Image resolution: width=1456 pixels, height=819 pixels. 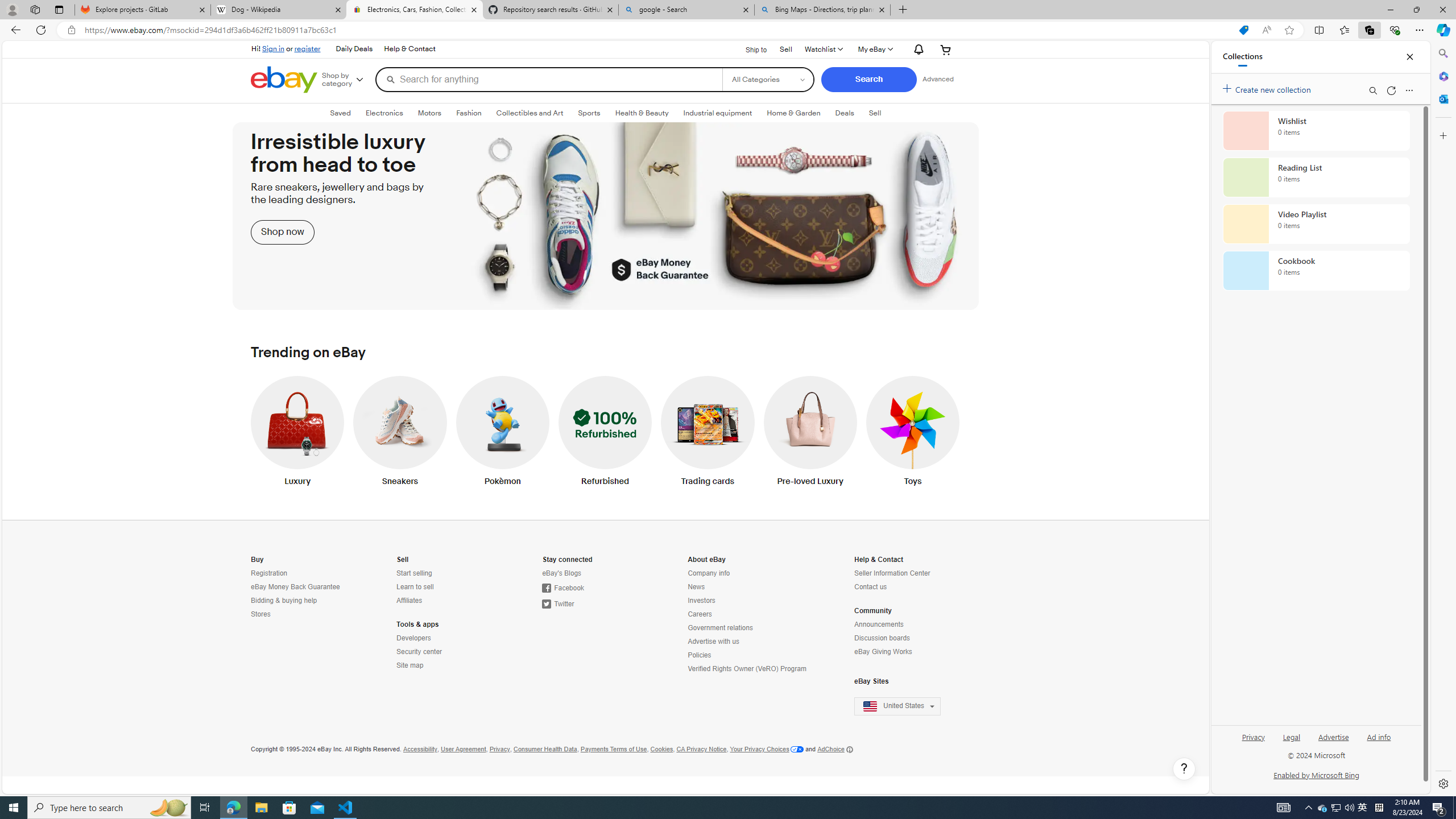 I want to click on 'Payments Terms of Use', so click(x=614, y=749).